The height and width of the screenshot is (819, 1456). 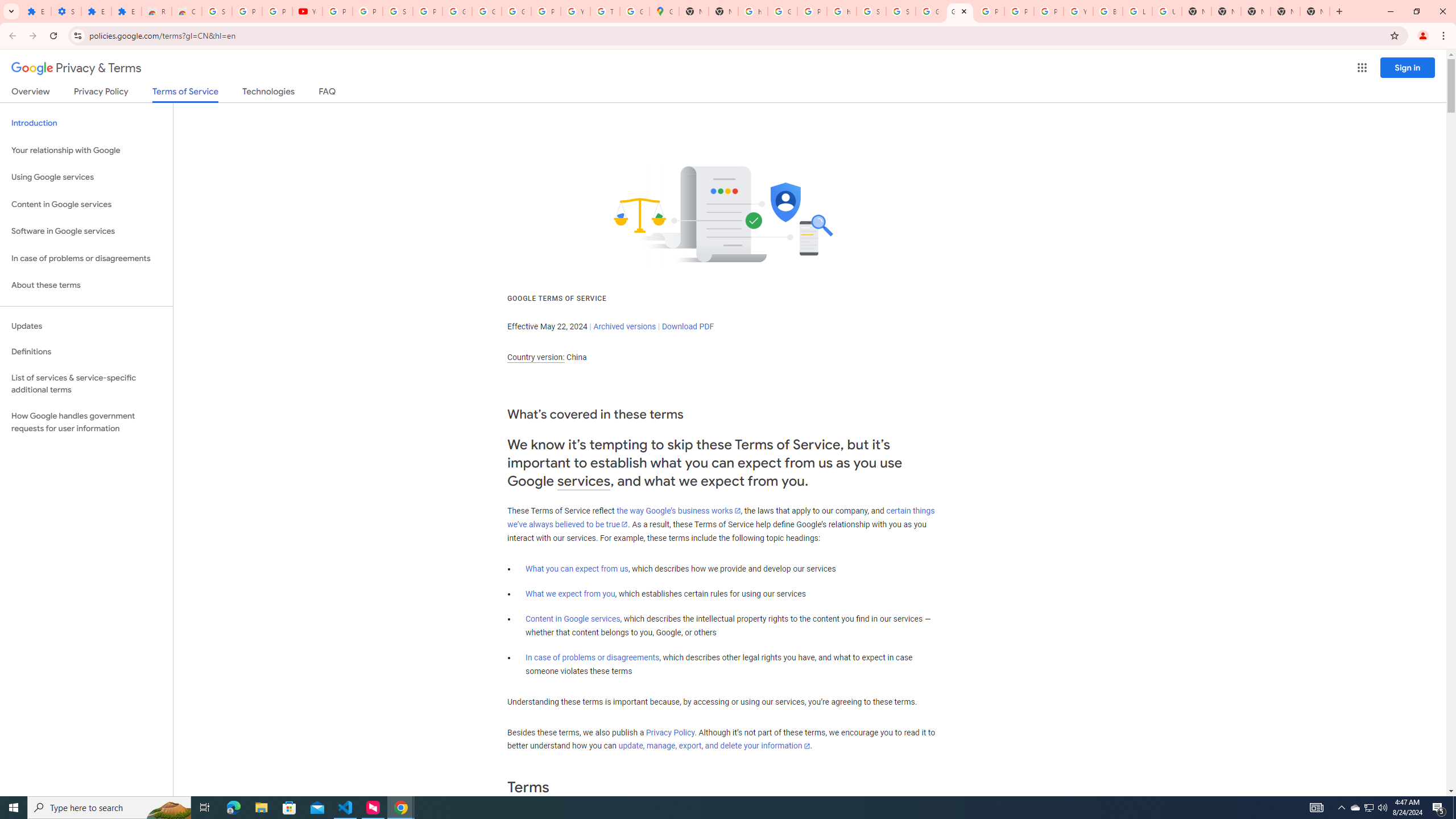 I want to click on 'YouTube', so click(x=575, y=11).